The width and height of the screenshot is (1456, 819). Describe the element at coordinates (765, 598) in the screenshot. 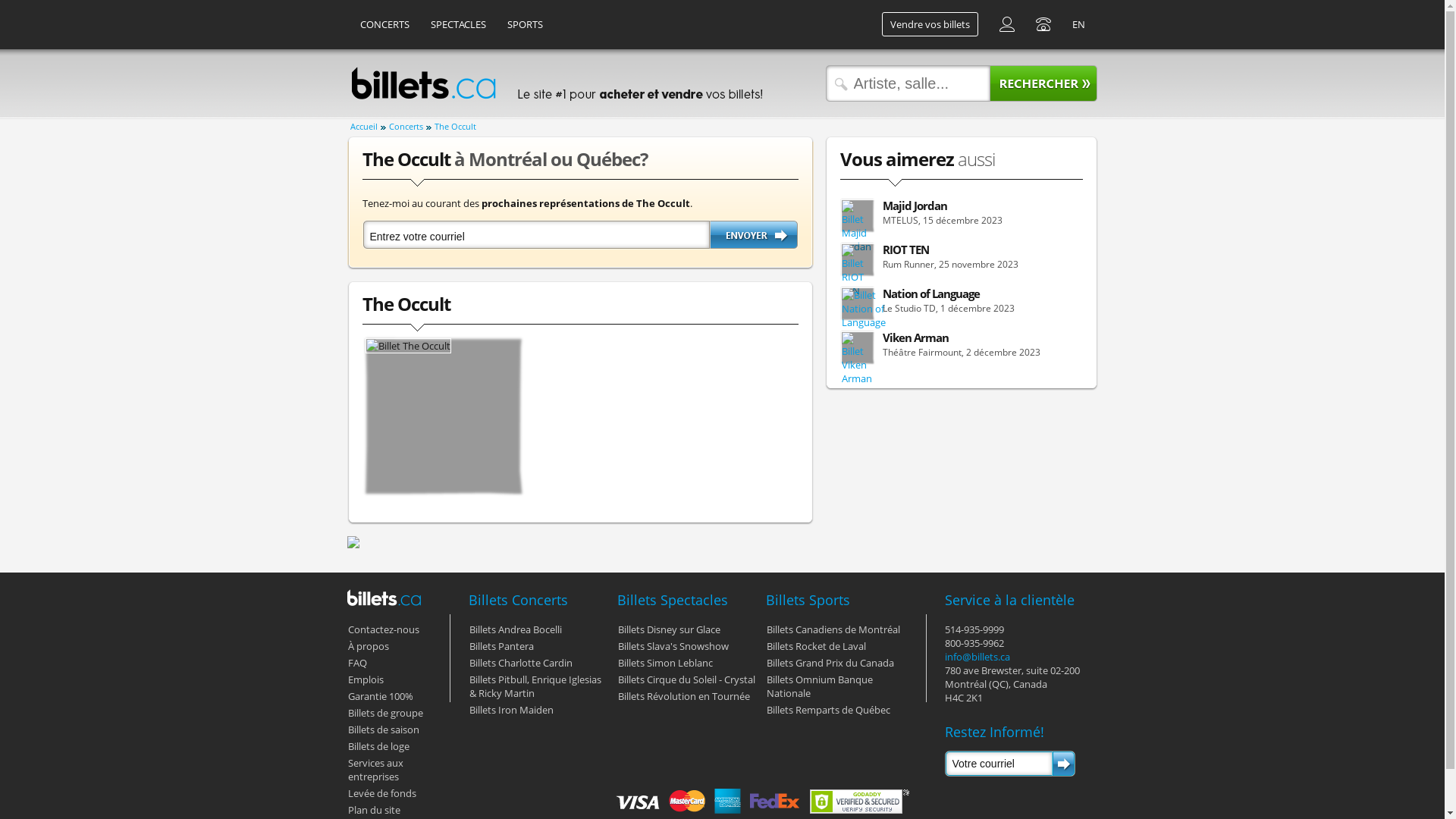

I see `'Billets Sports'` at that location.